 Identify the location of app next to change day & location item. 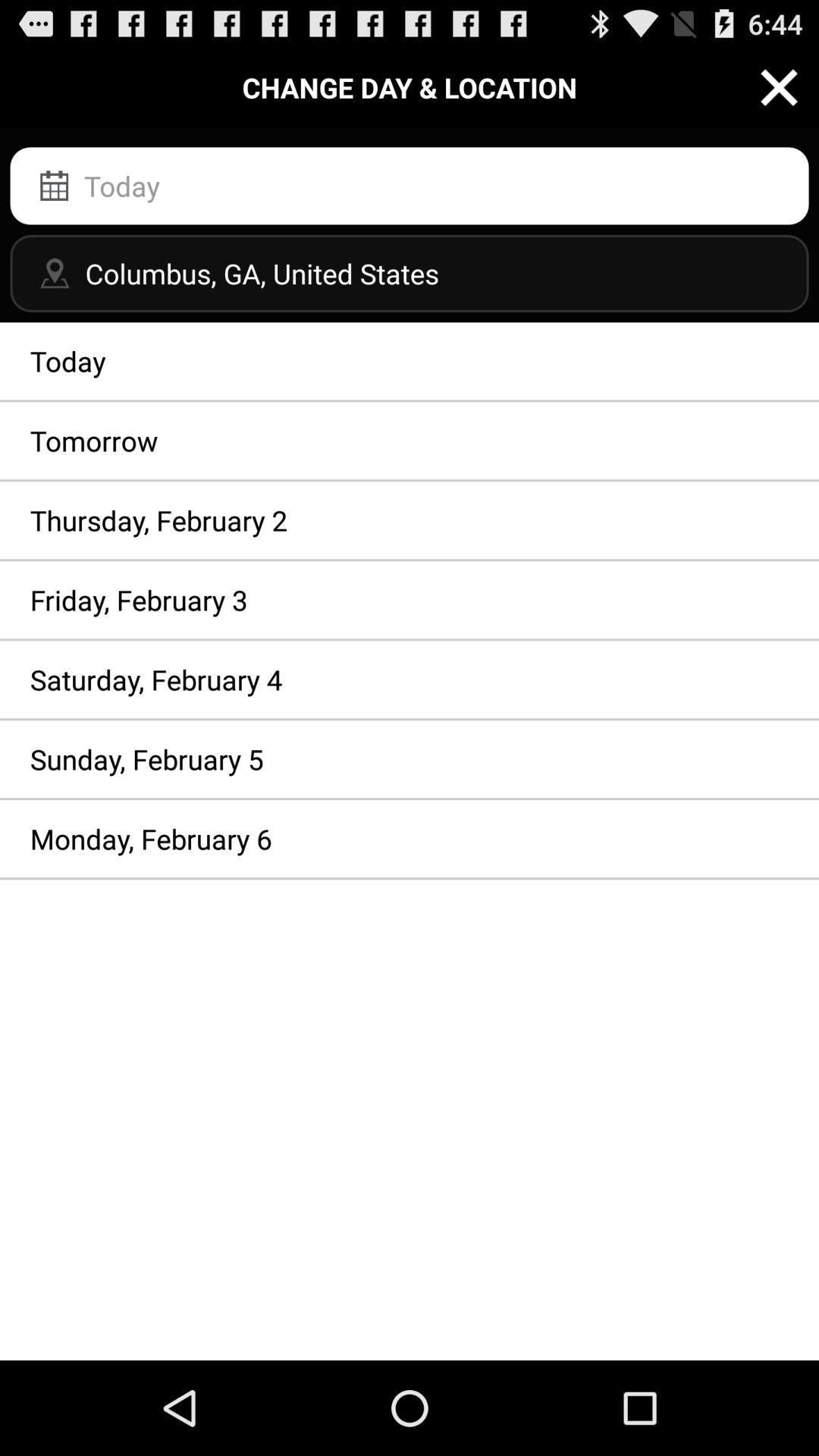
(779, 86).